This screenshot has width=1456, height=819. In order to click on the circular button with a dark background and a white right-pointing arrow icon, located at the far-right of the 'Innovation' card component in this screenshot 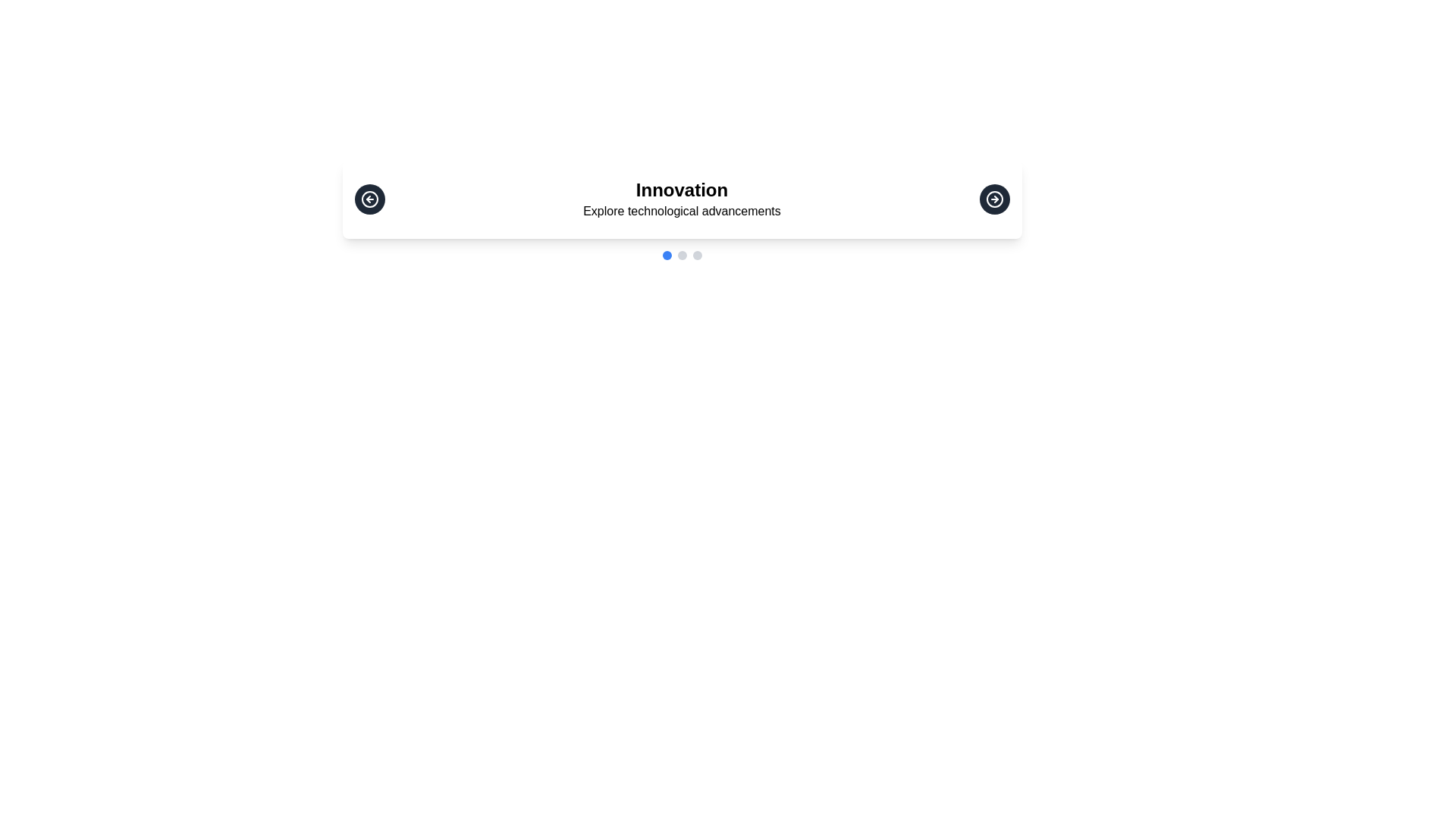, I will do `click(994, 198)`.